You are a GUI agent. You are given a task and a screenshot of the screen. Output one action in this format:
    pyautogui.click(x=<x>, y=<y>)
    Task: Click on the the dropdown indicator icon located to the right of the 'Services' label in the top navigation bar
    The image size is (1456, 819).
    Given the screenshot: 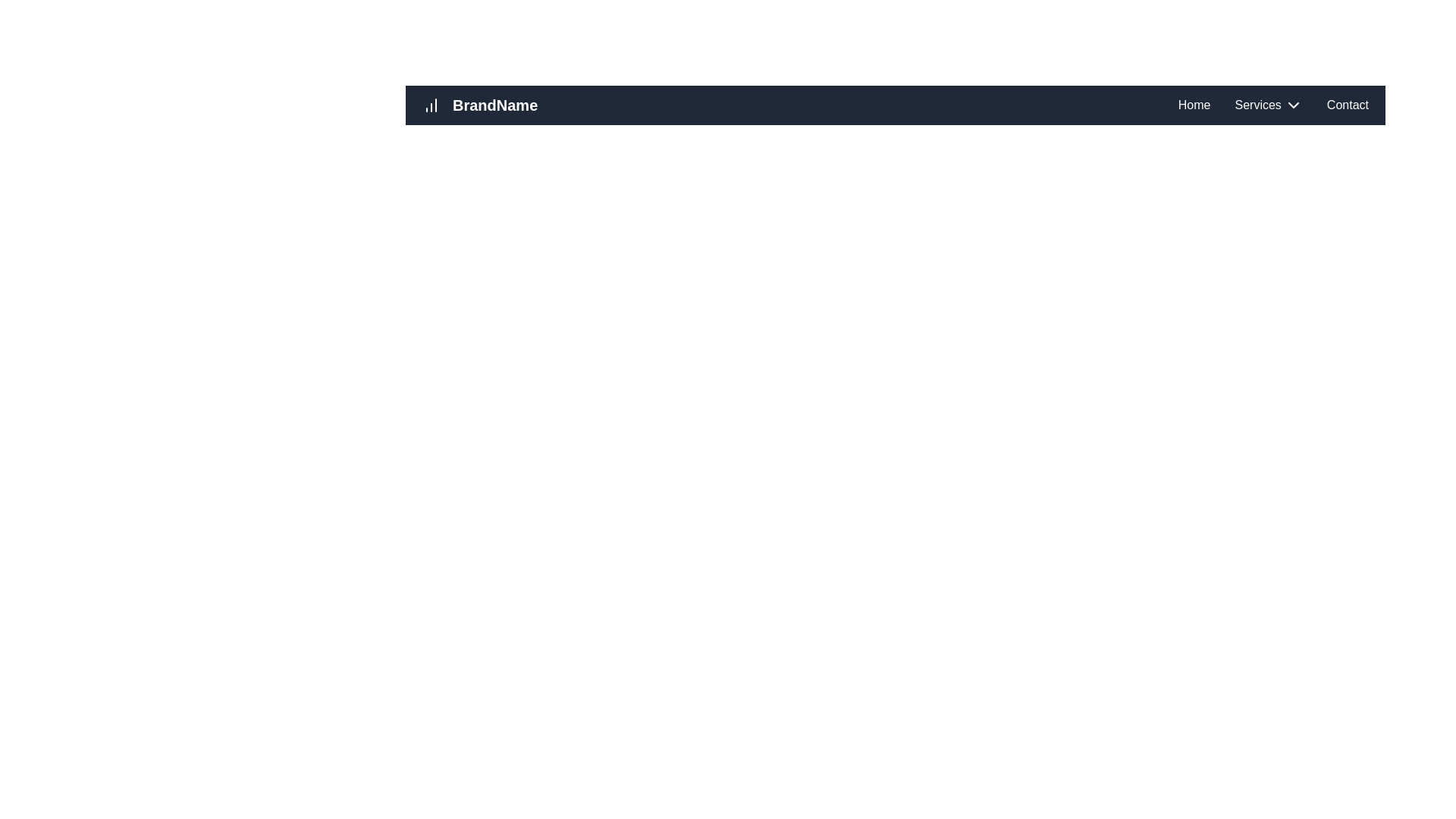 What is the action you would take?
    pyautogui.click(x=1292, y=104)
    